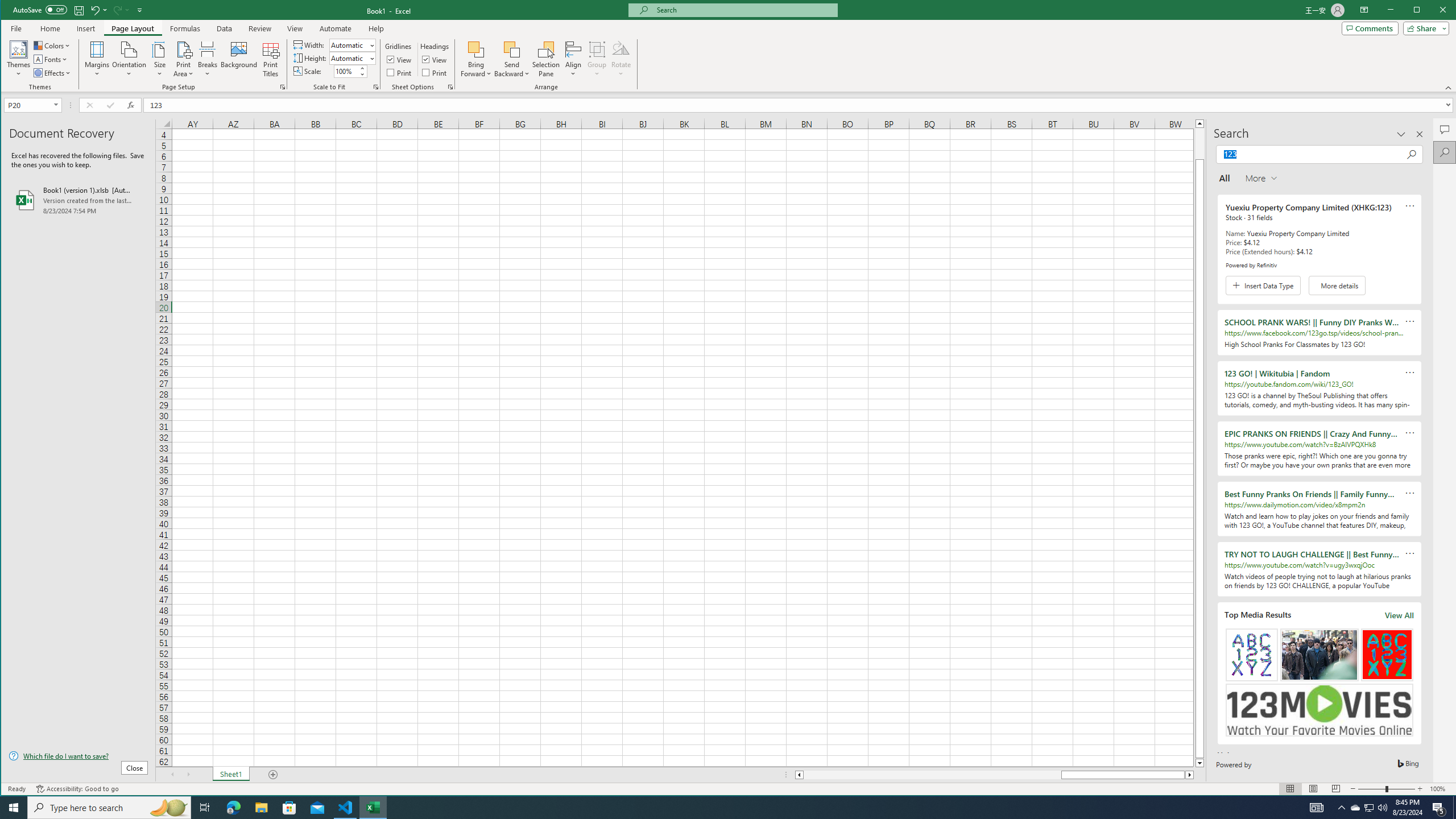  What do you see at coordinates (225, 28) in the screenshot?
I see `'Data'` at bounding box center [225, 28].